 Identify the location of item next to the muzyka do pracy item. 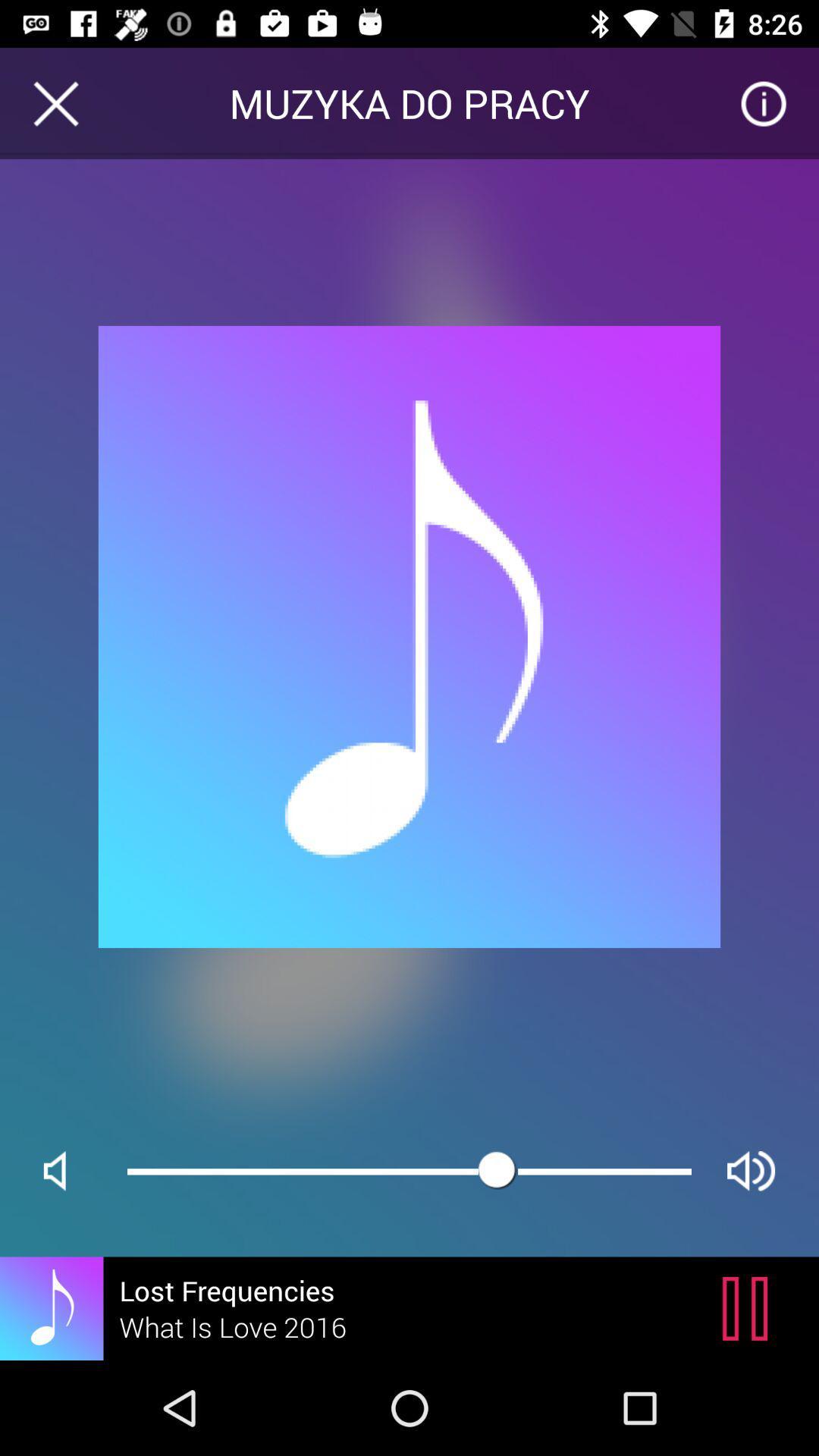
(55, 102).